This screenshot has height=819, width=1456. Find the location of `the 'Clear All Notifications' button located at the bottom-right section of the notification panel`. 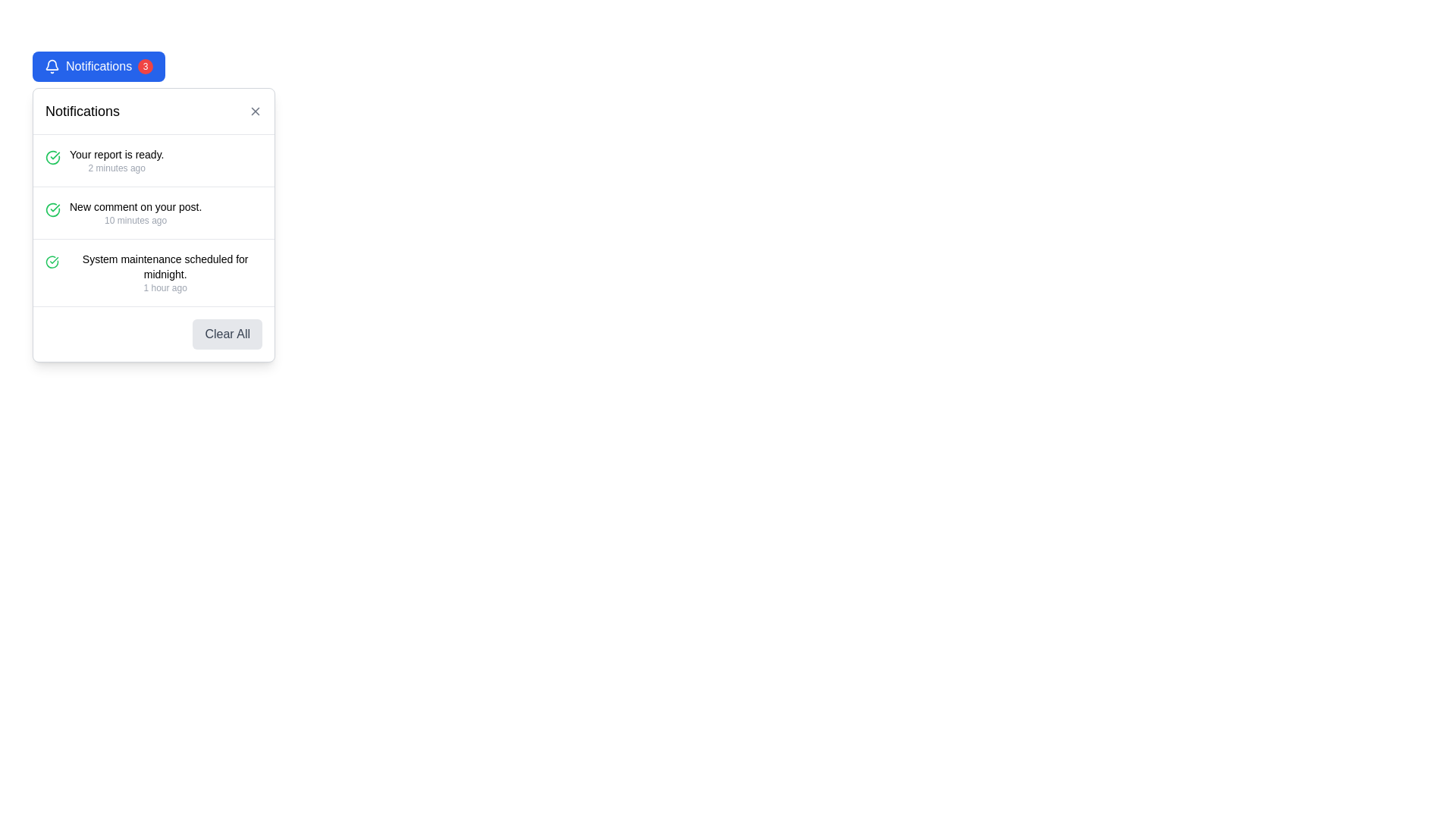

the 'Clear All Notifications' button located at the bottom-right section of the notification panel is located at coordinates (153, 332).